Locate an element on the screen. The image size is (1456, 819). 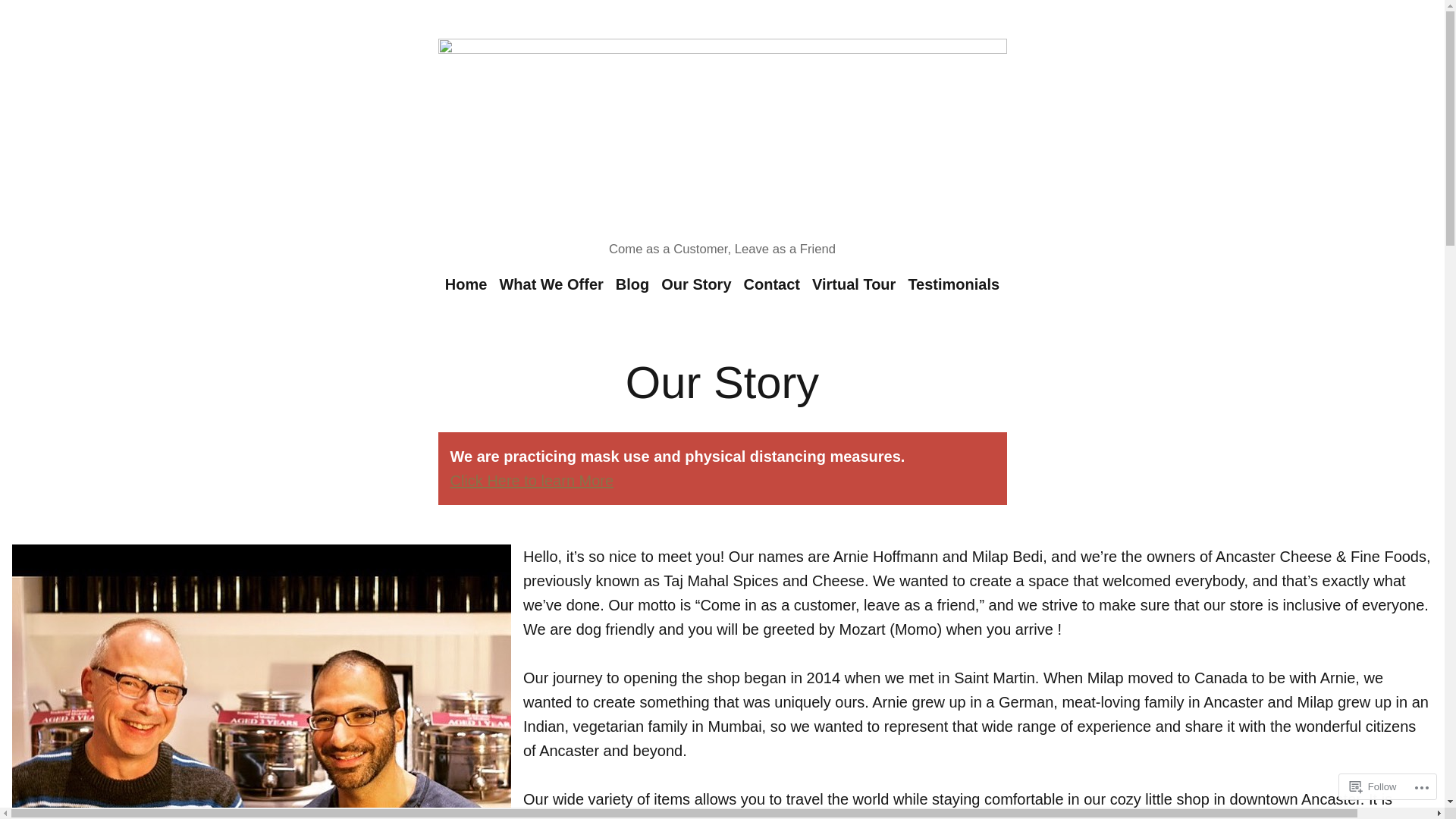
'What We Offer' is located at coordinates (550, 284).